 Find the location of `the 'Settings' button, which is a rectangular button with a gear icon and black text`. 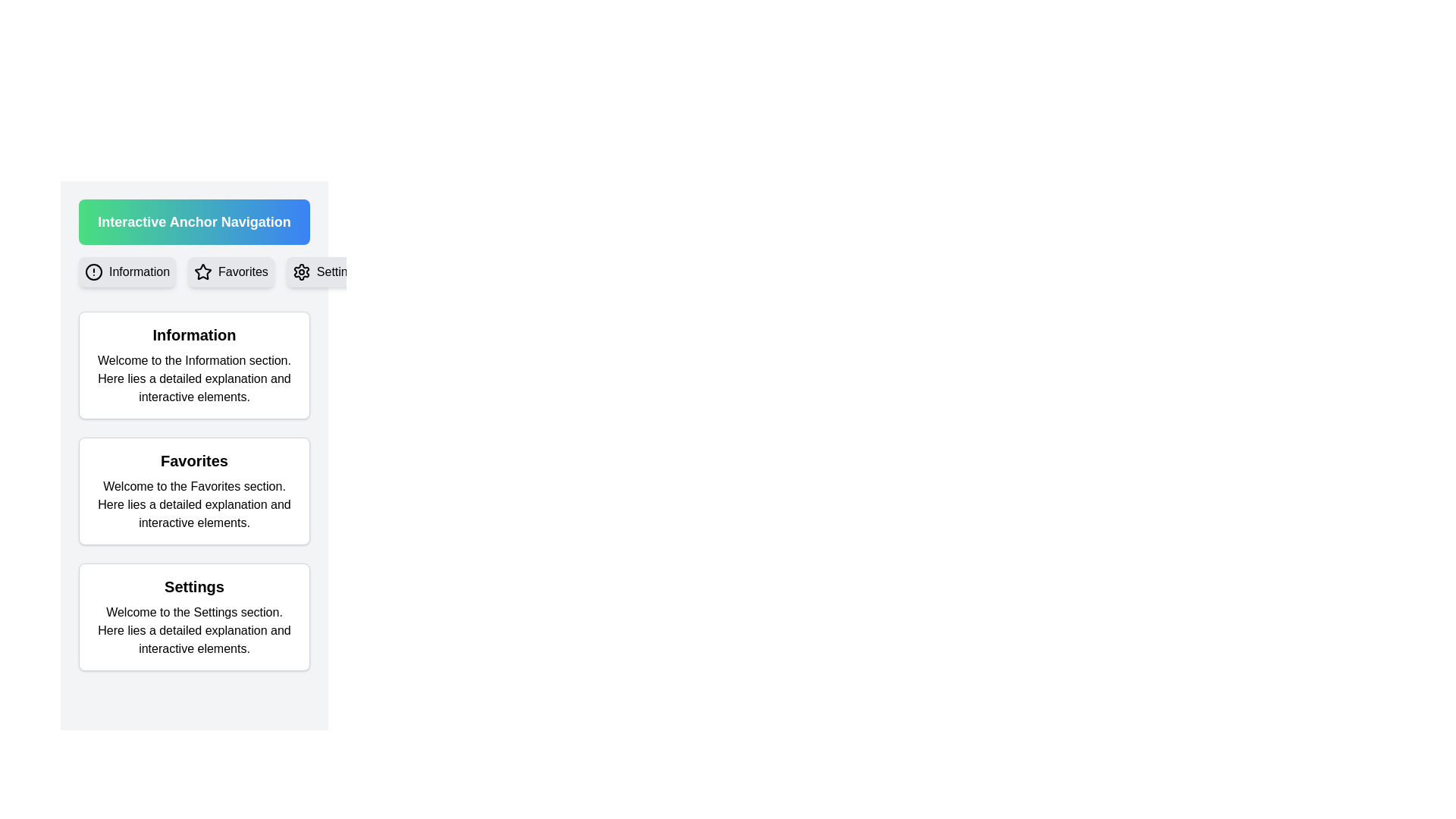

the 'Settings' button, which is a rectangular button with a gear icon and black text is located at coordinates (325, 271).